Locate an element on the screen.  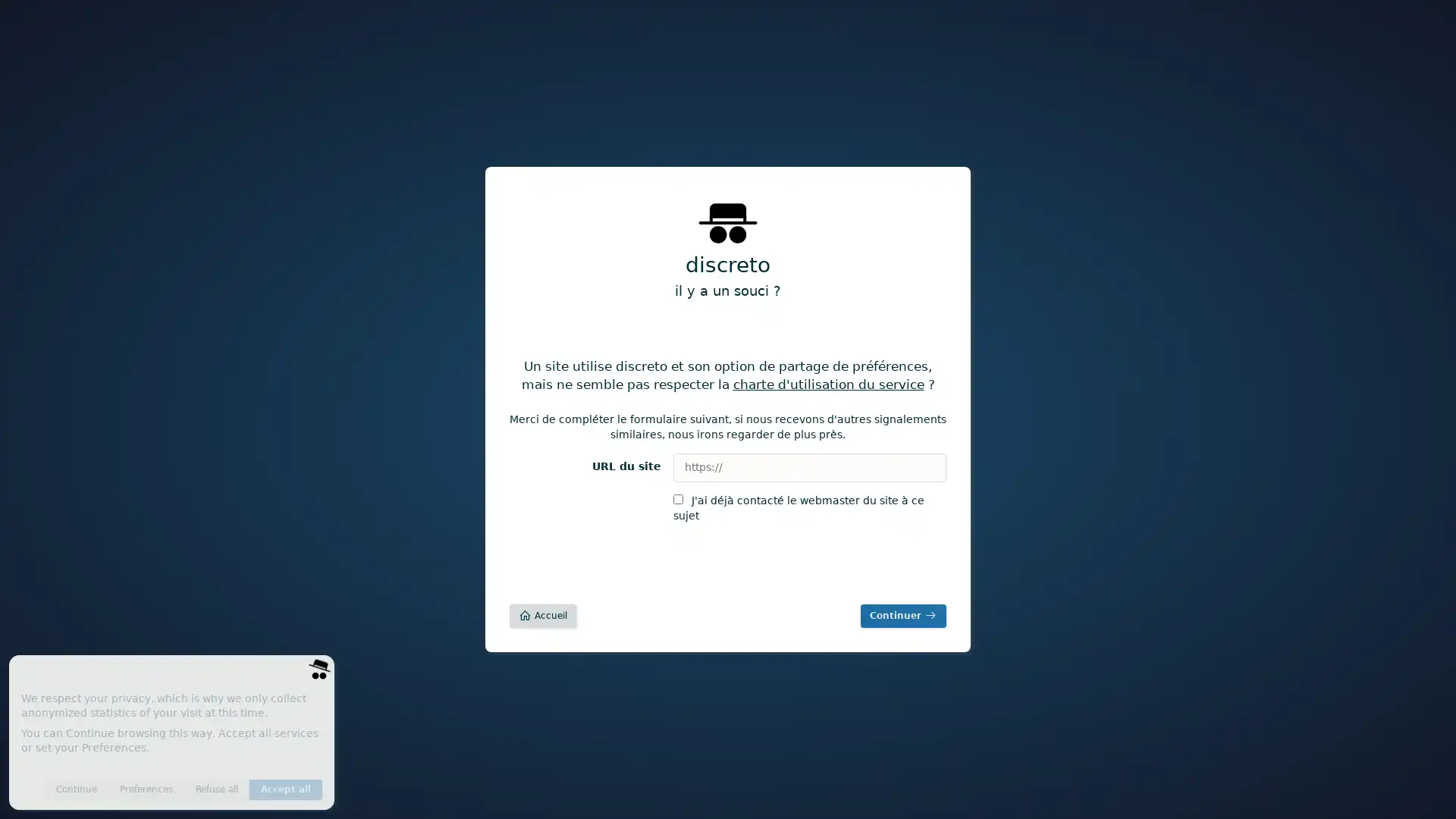
Refuse all is located at coordinates (216, 789).